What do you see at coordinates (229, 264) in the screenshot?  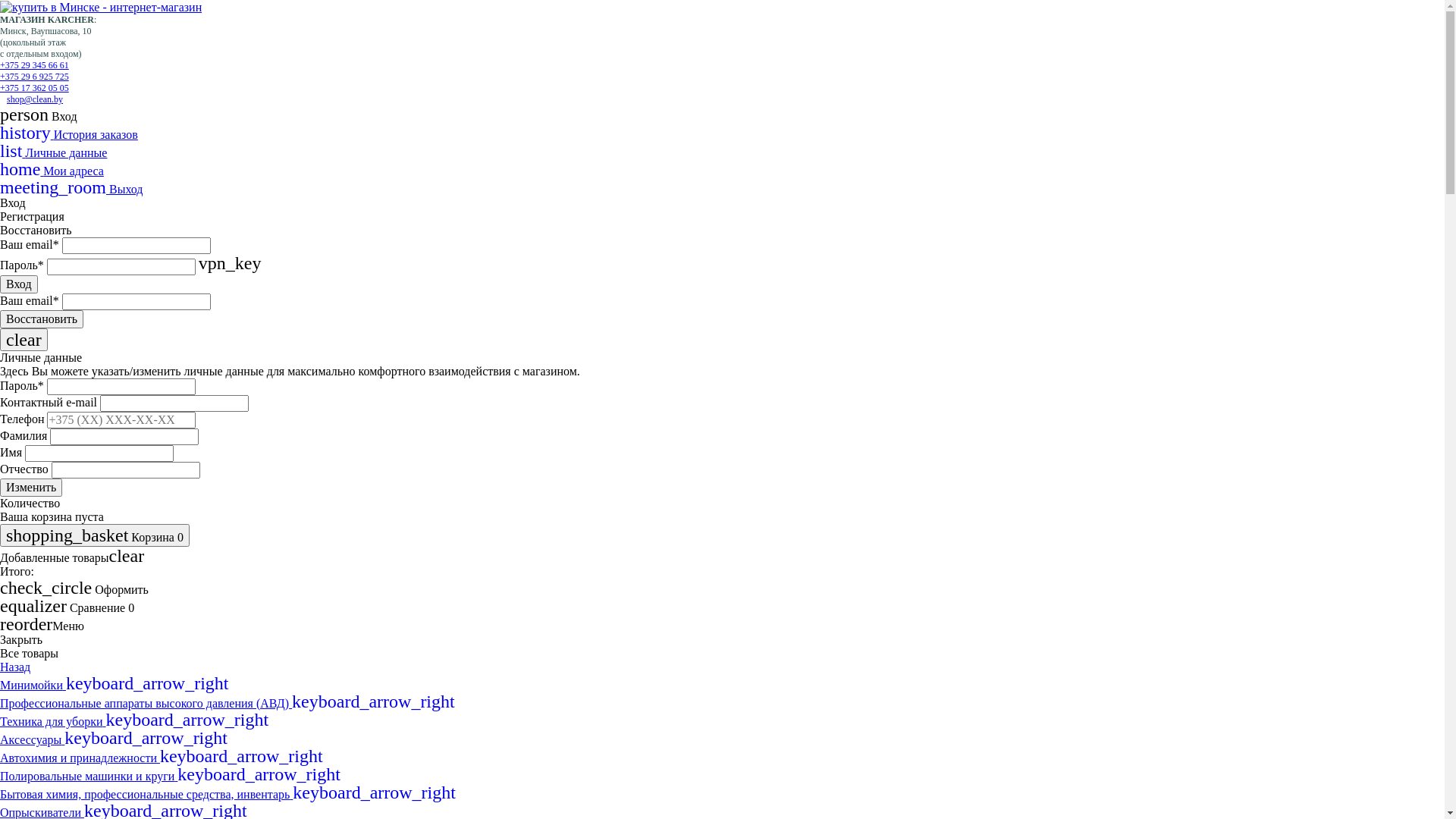 I see `'vpn_key'` at bounding box center [229, 264].